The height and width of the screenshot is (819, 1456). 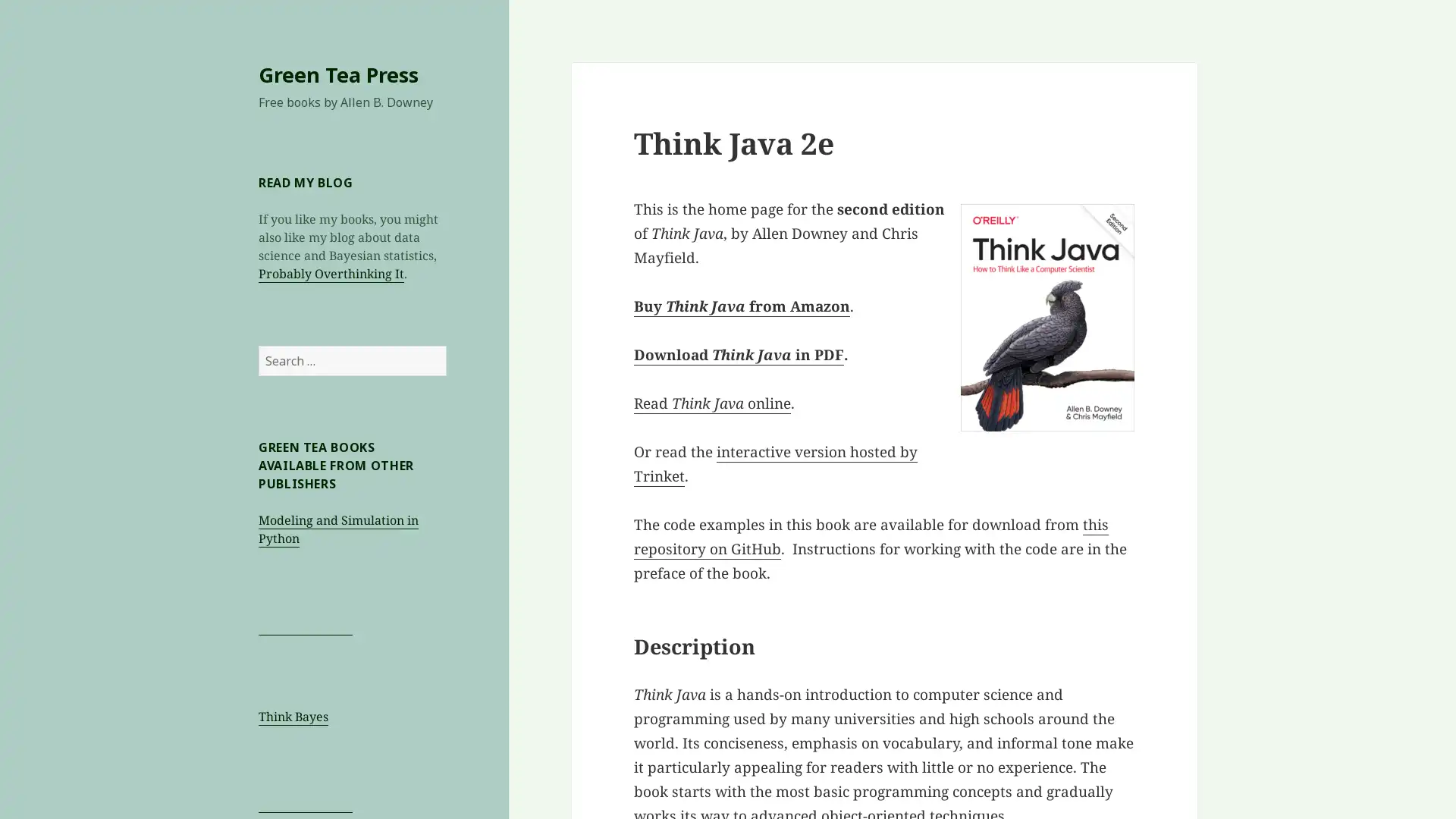 I want to click on Search, so click(x=445, y=345).